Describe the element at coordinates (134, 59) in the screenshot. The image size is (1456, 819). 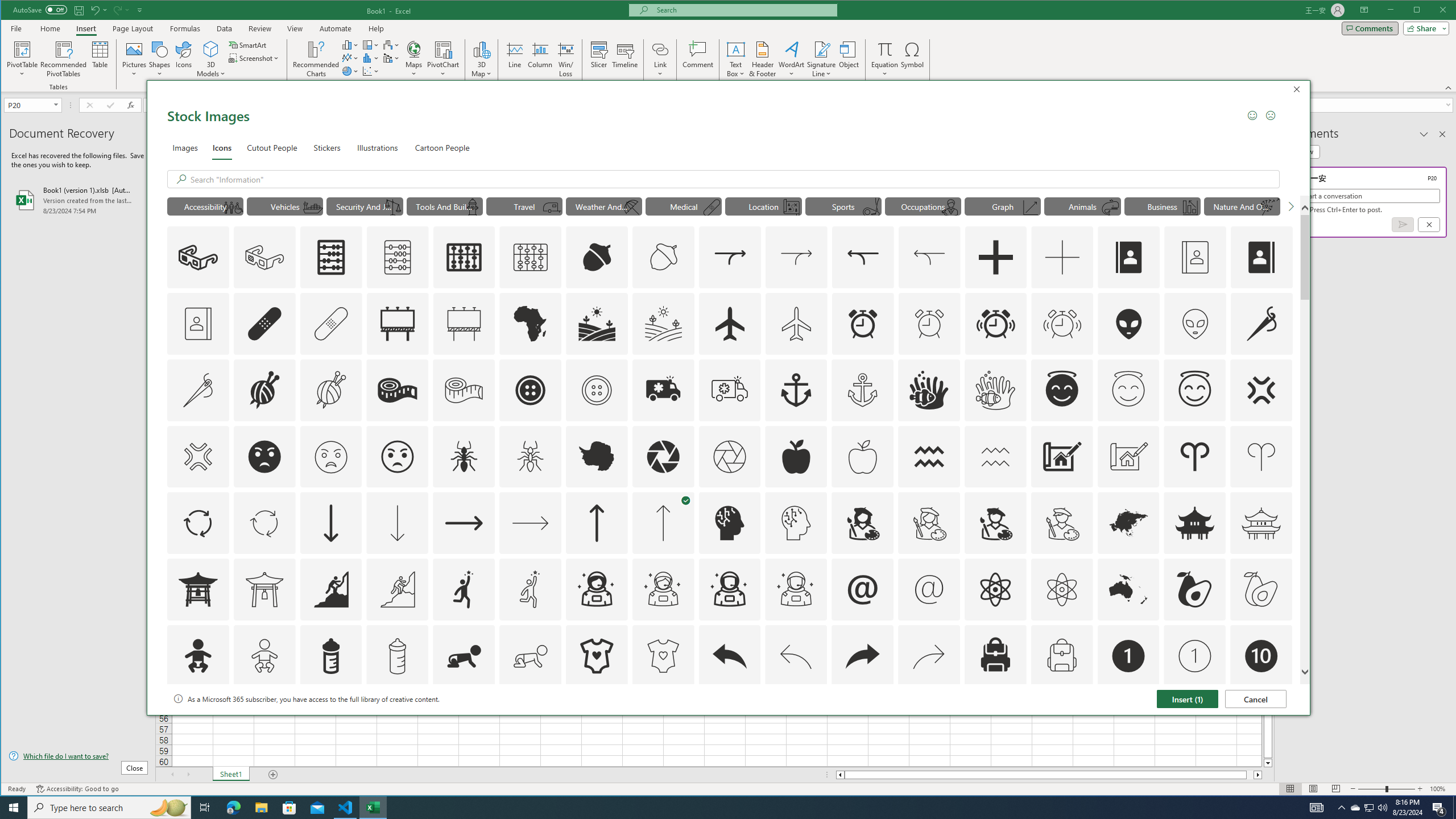
I see `'Pictures'` at that location.